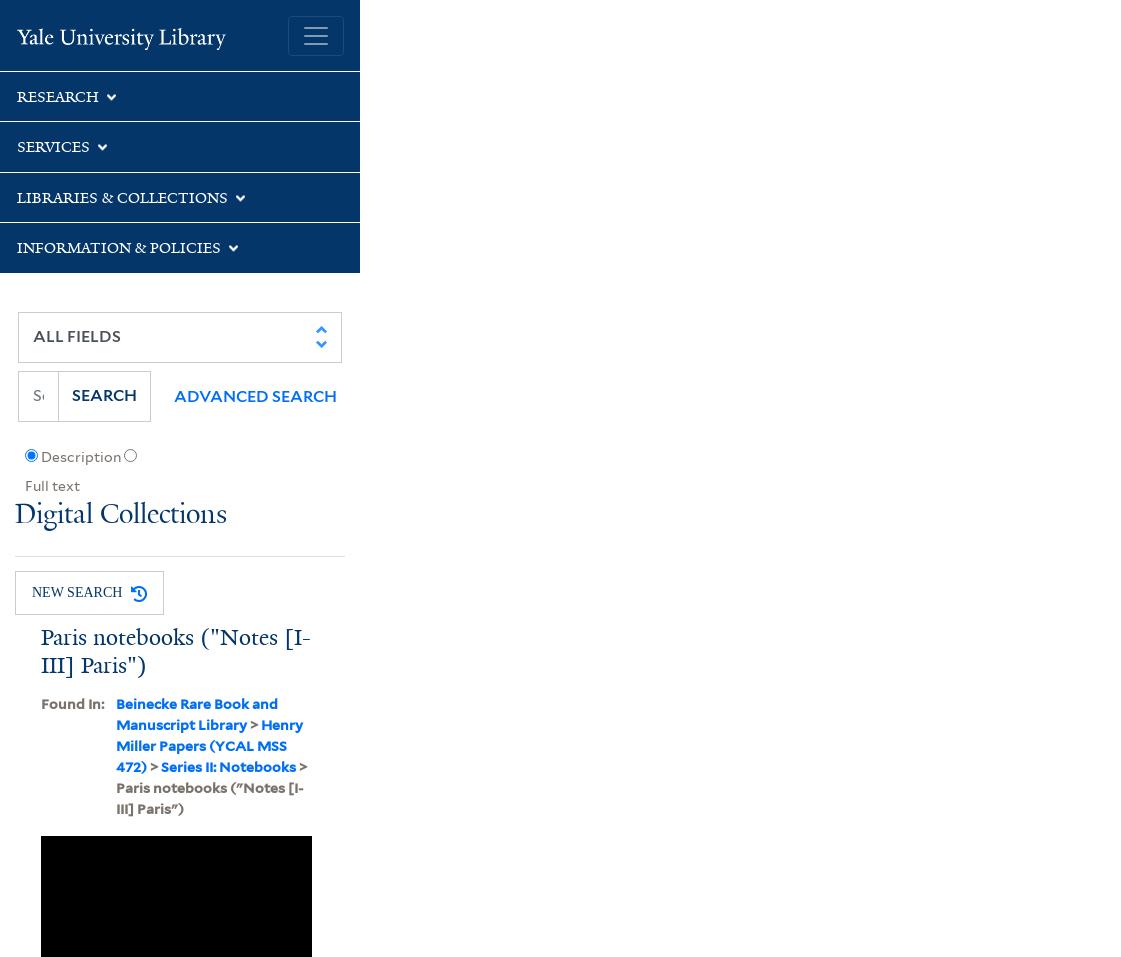  Describe the element at coordinates (22, 485) in the screenshot. I see `'Full text'` at that location.